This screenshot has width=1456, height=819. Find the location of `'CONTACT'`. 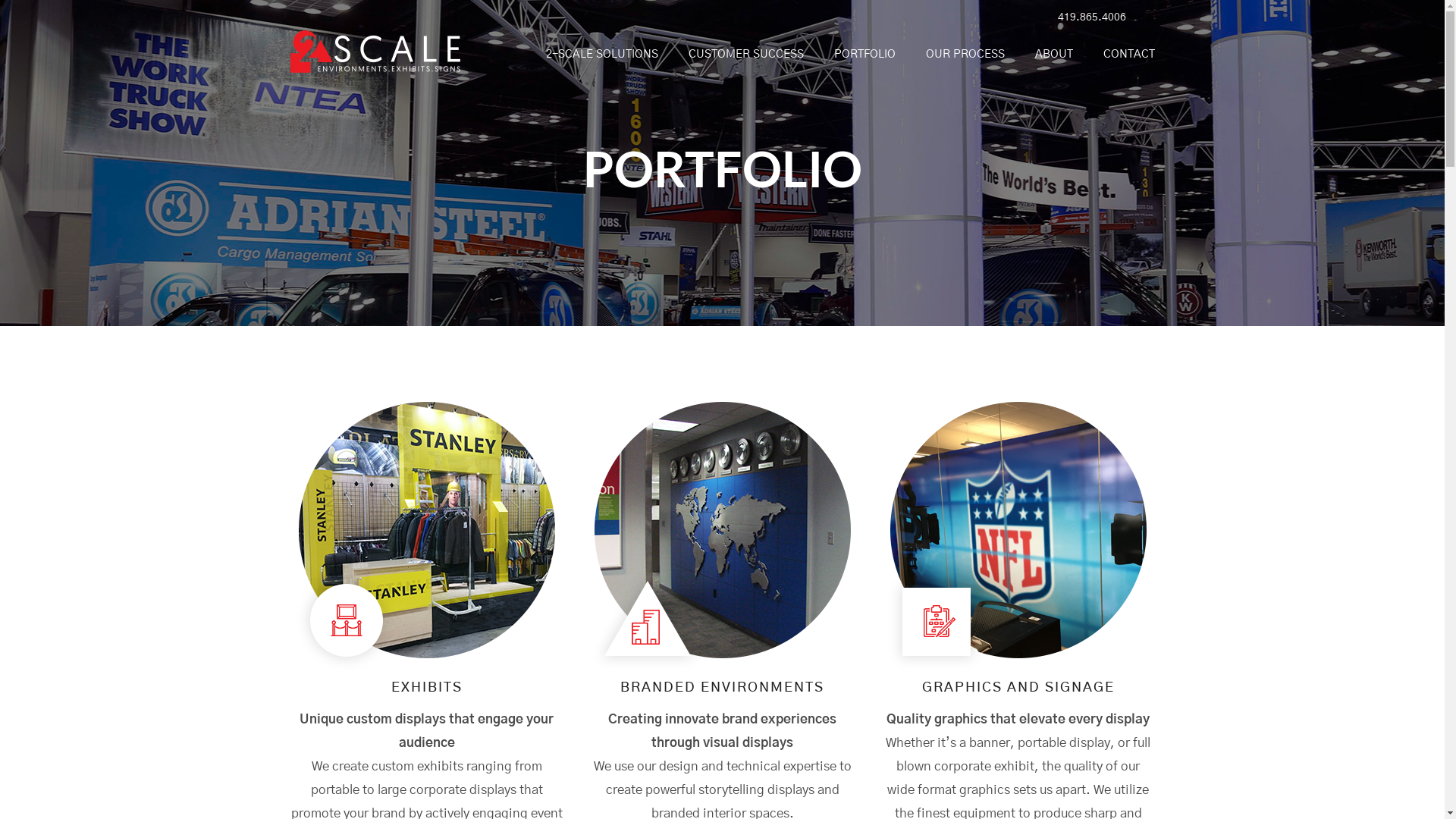

'CONTACT' is located at coordinates (1121, 54).